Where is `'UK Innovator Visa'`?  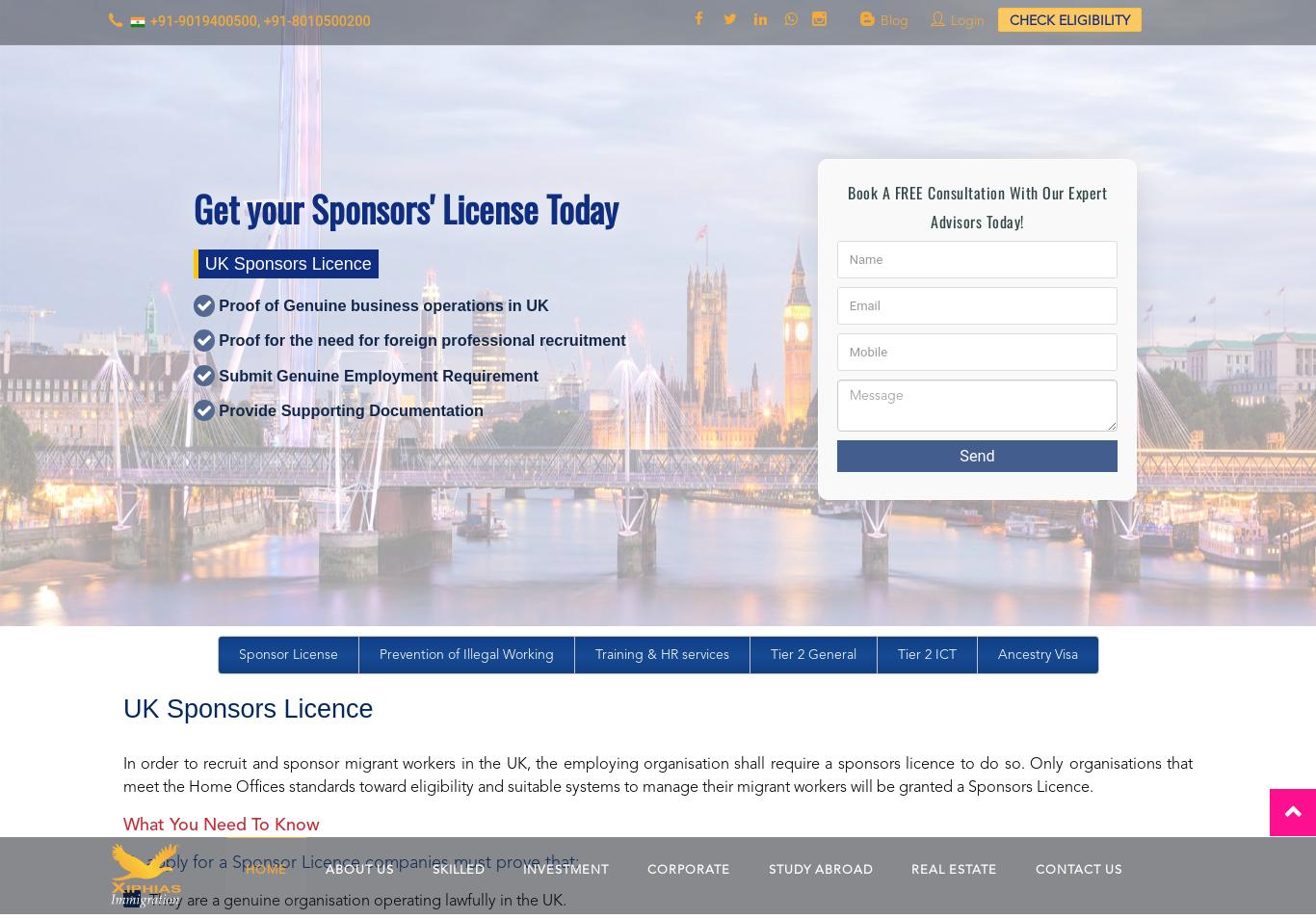
'UK Innovator Visa' is located at coordinates (378, 691).